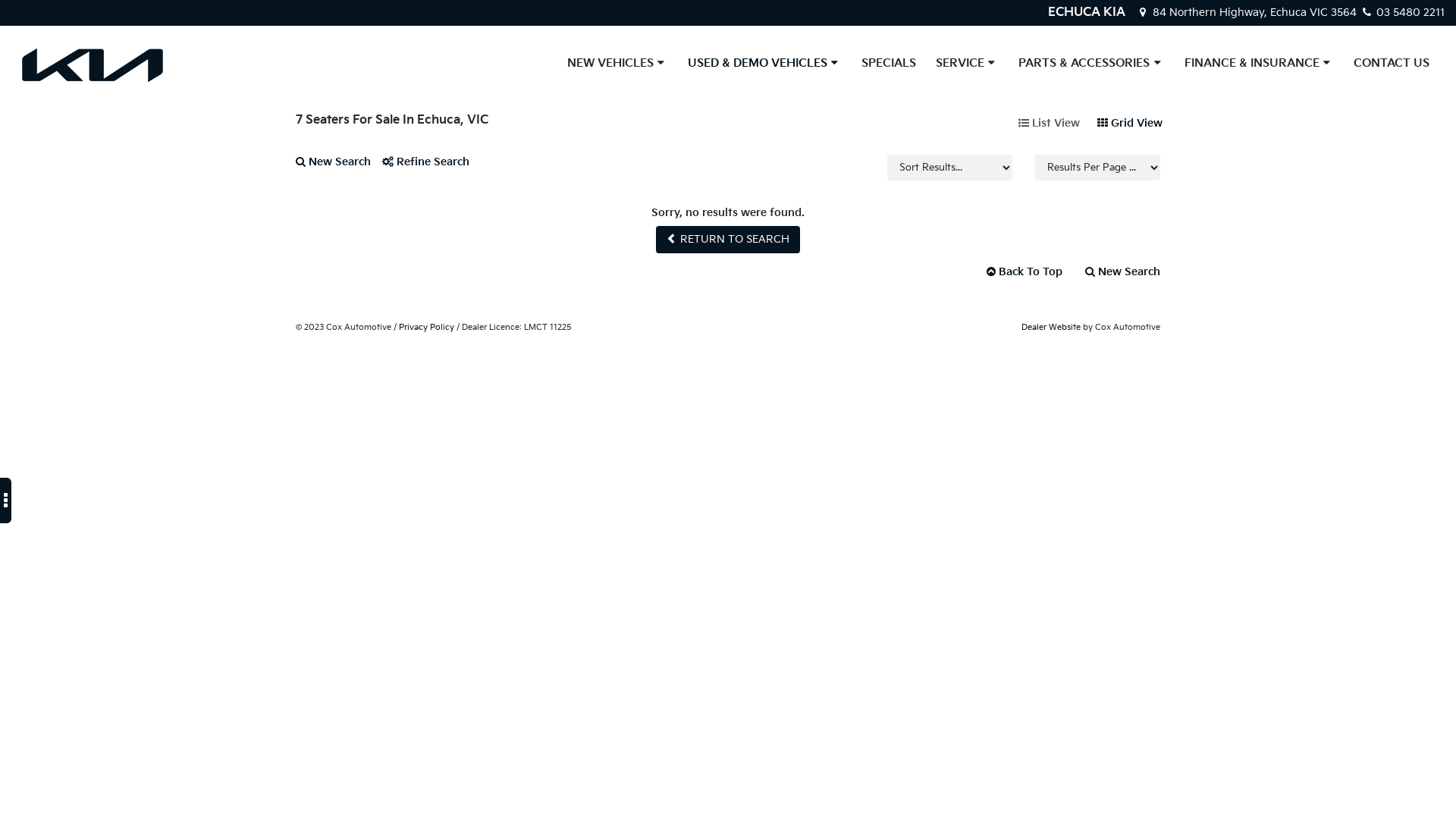 The width and height of the screenshot is (1456, 819). I want to click on 'CONTACT US', so click(1391, 63).